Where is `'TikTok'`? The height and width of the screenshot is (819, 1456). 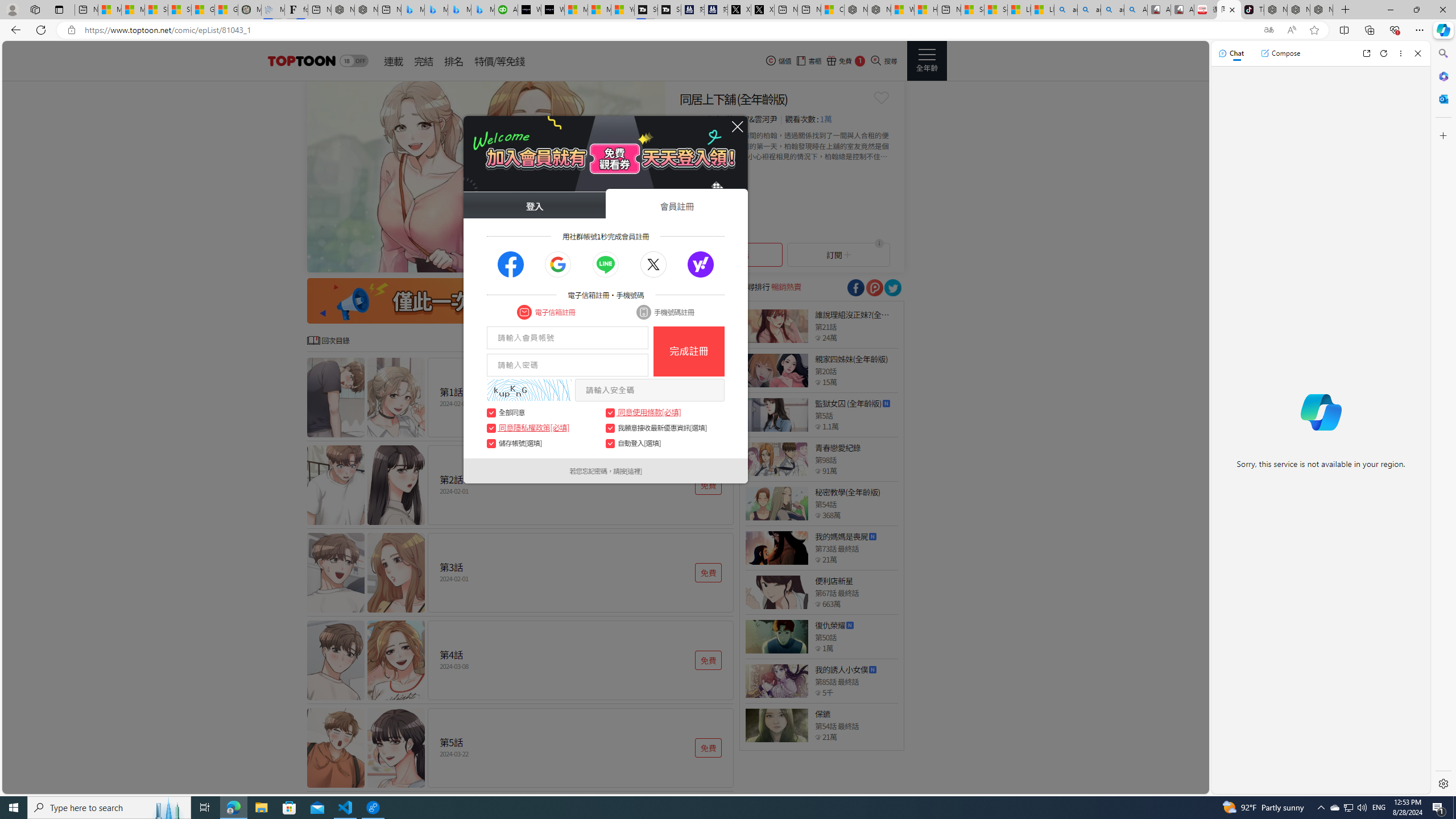 'TikTok' is located at coordinates (1252, 9).